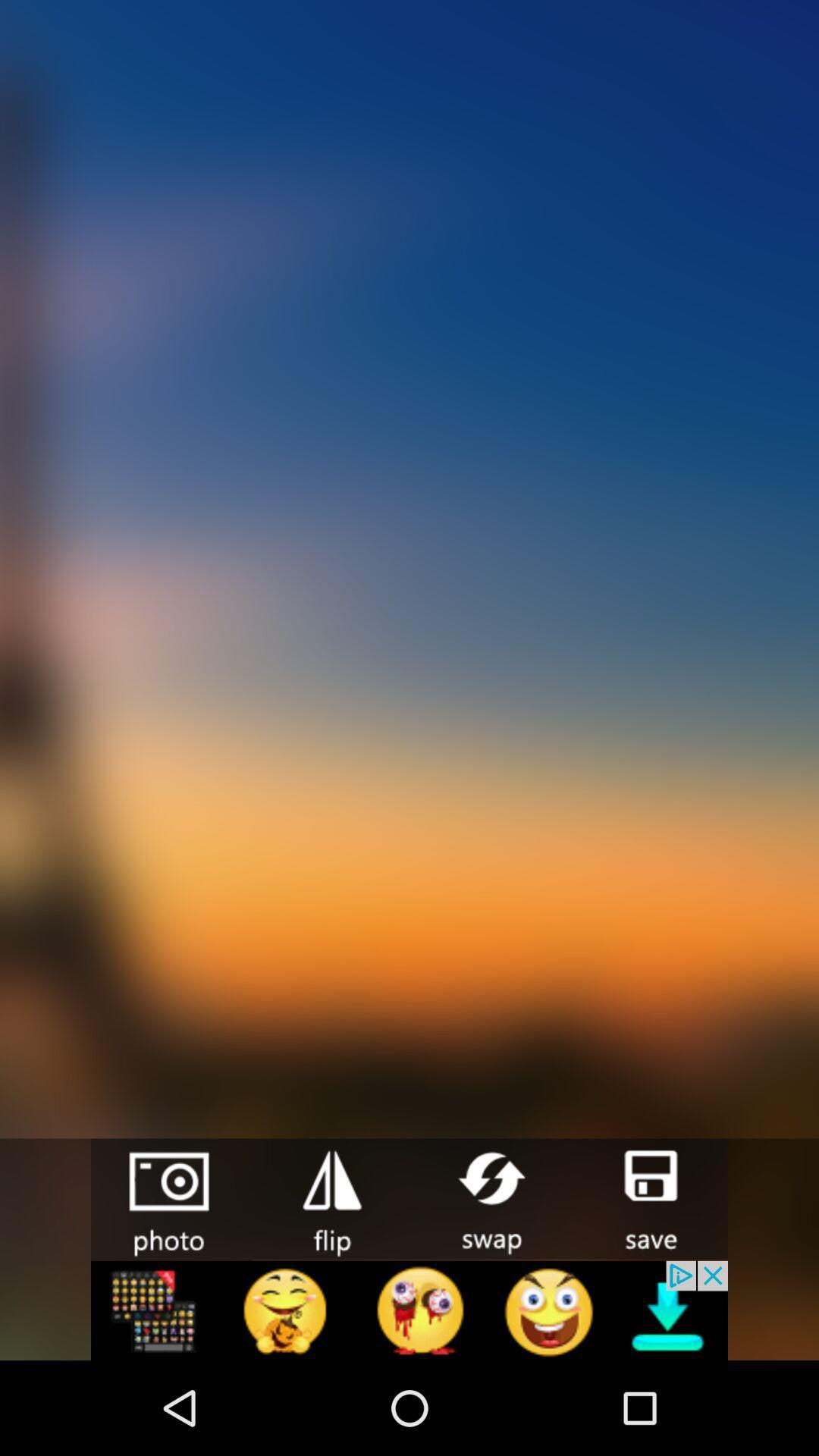 Image resolution: width=819 pixels, height=1456 pixels. Describe the element at coordinates (409, 1310) in the screenshot. I see `linked page` at that location.